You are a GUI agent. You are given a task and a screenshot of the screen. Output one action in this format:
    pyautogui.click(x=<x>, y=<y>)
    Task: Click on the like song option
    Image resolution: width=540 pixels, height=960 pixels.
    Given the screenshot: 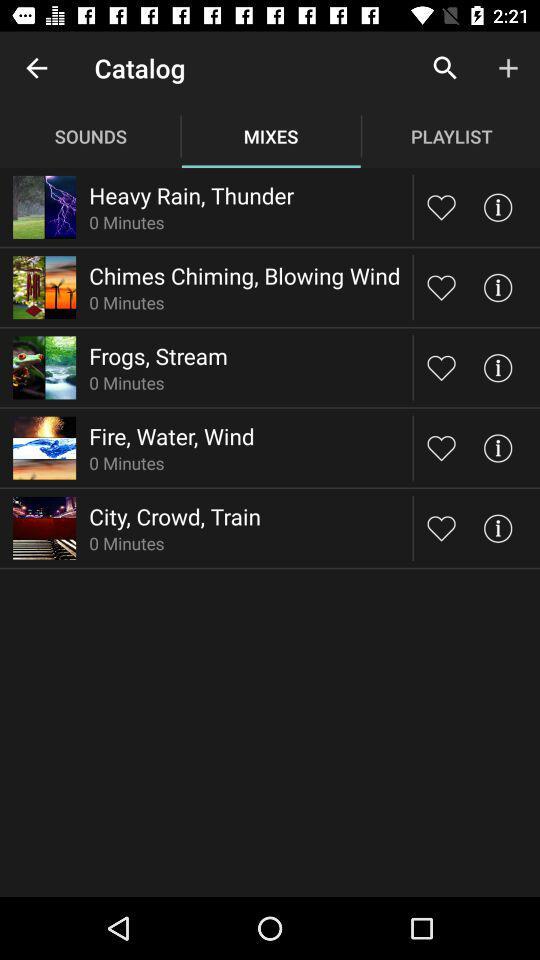 What is the action you would take?
    pyautogui.click(x=441, y=286)
    